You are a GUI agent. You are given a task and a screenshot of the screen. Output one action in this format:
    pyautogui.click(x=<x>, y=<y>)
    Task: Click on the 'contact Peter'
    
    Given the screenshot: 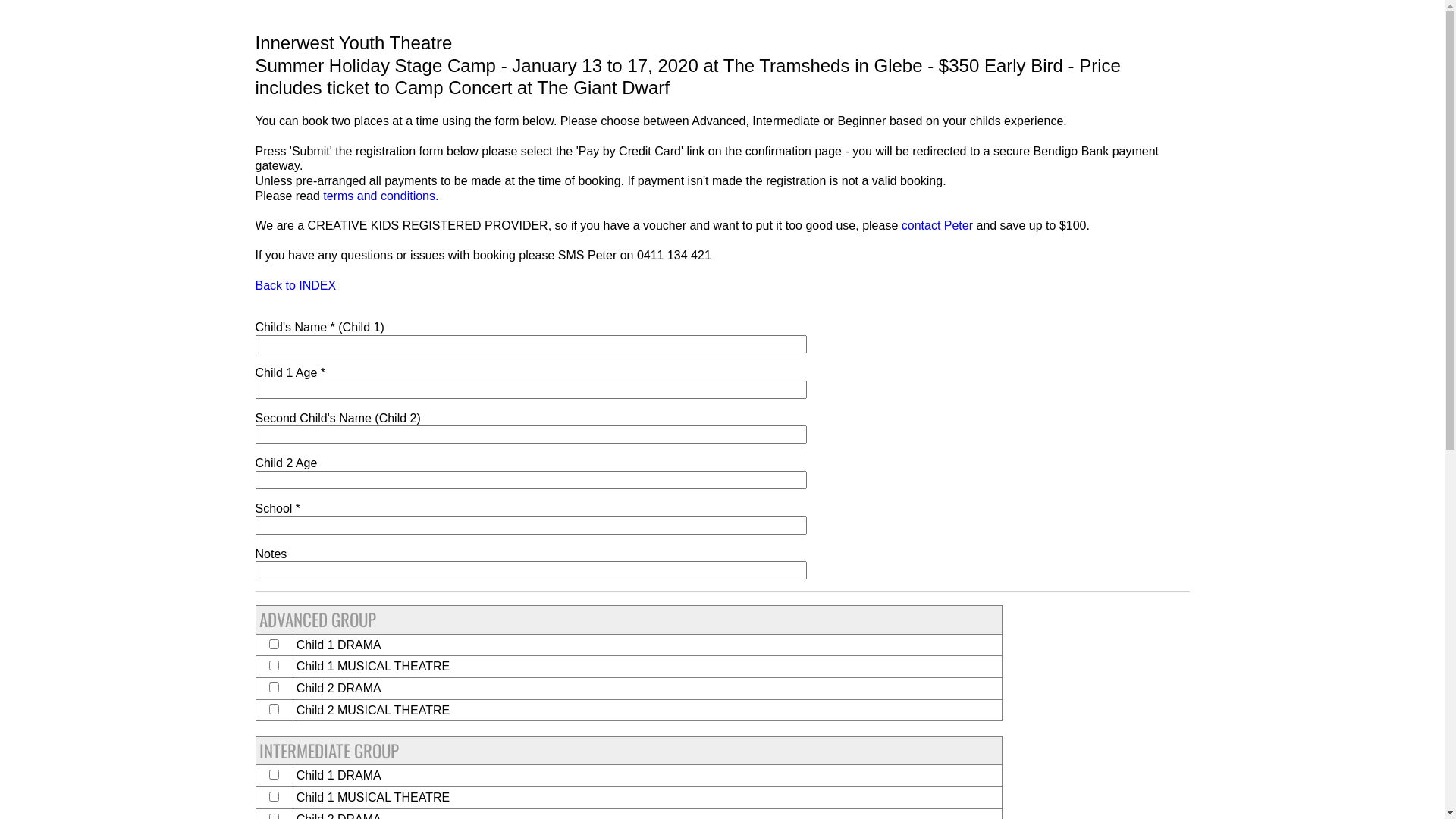 What is the action you would take?
    pyautogui.click(x=937, y=225)
    